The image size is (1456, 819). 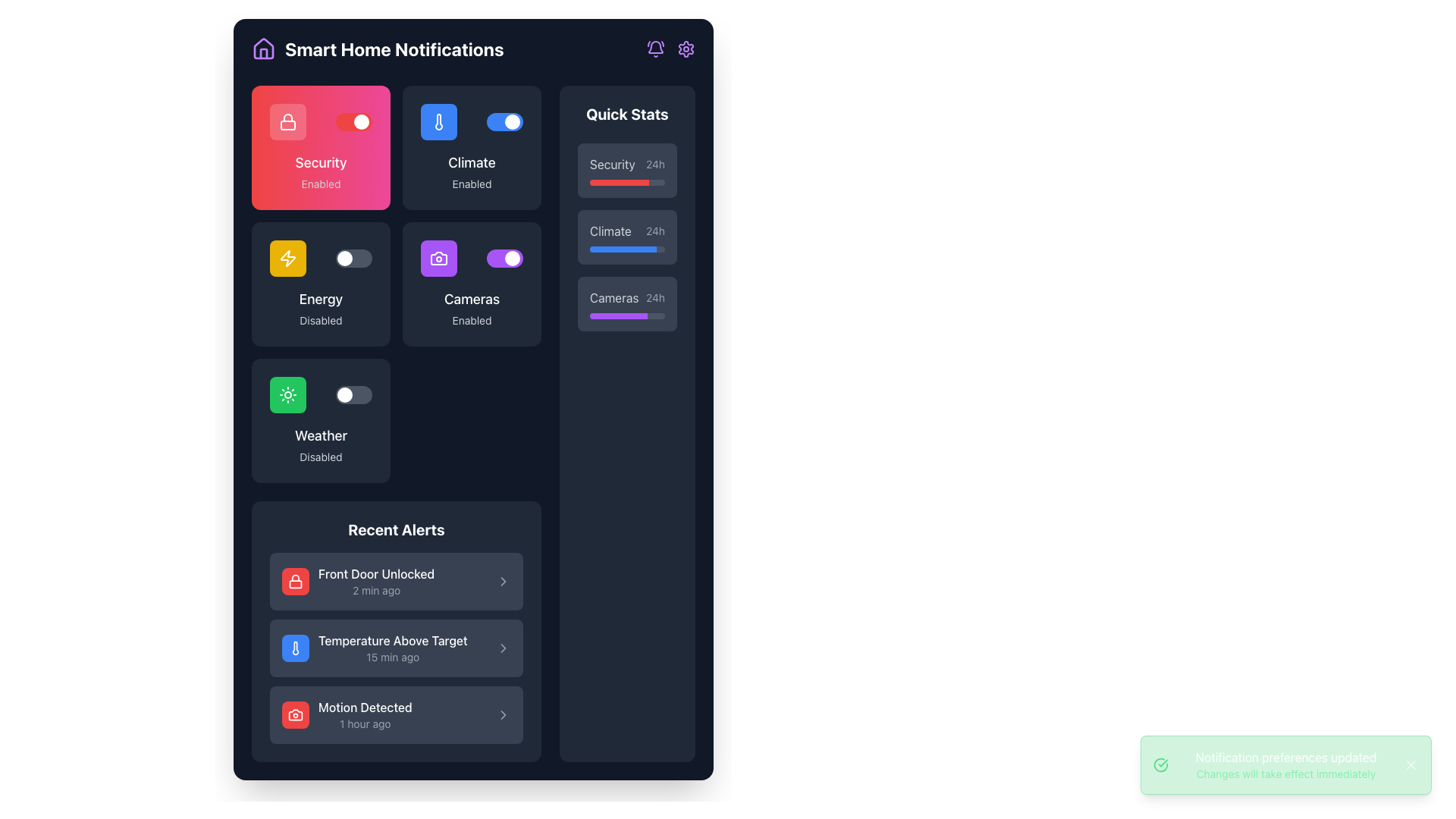 What do you see at coordinates (295, 648) in the screenshot?
I see `the Icon button that indicates an alert for temperature being above the target threshold, located in the 'Recent Alerts' section beneath the 'Weather' tile` at bounding box center [295, 648].